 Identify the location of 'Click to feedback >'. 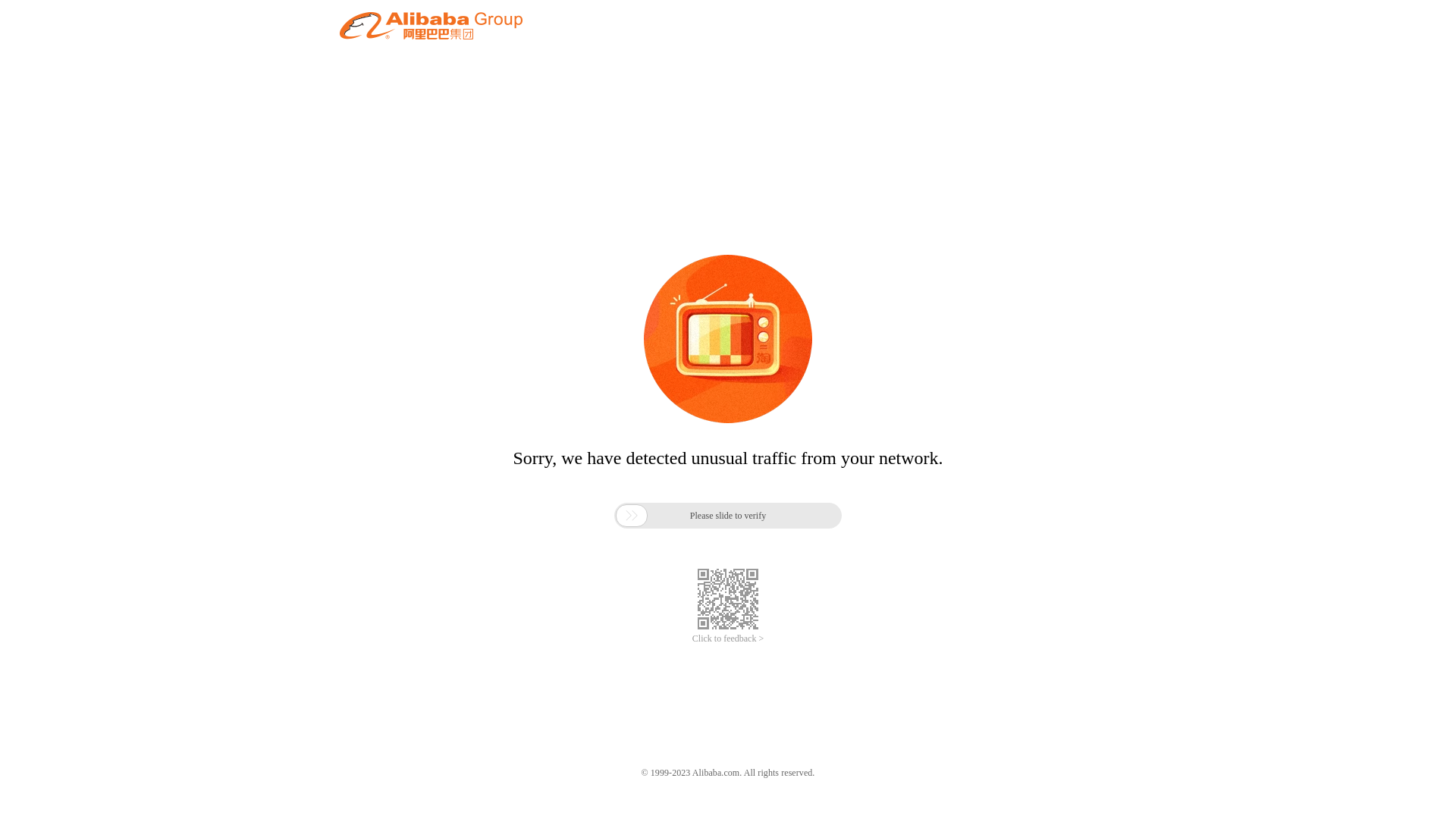
(691, 639).